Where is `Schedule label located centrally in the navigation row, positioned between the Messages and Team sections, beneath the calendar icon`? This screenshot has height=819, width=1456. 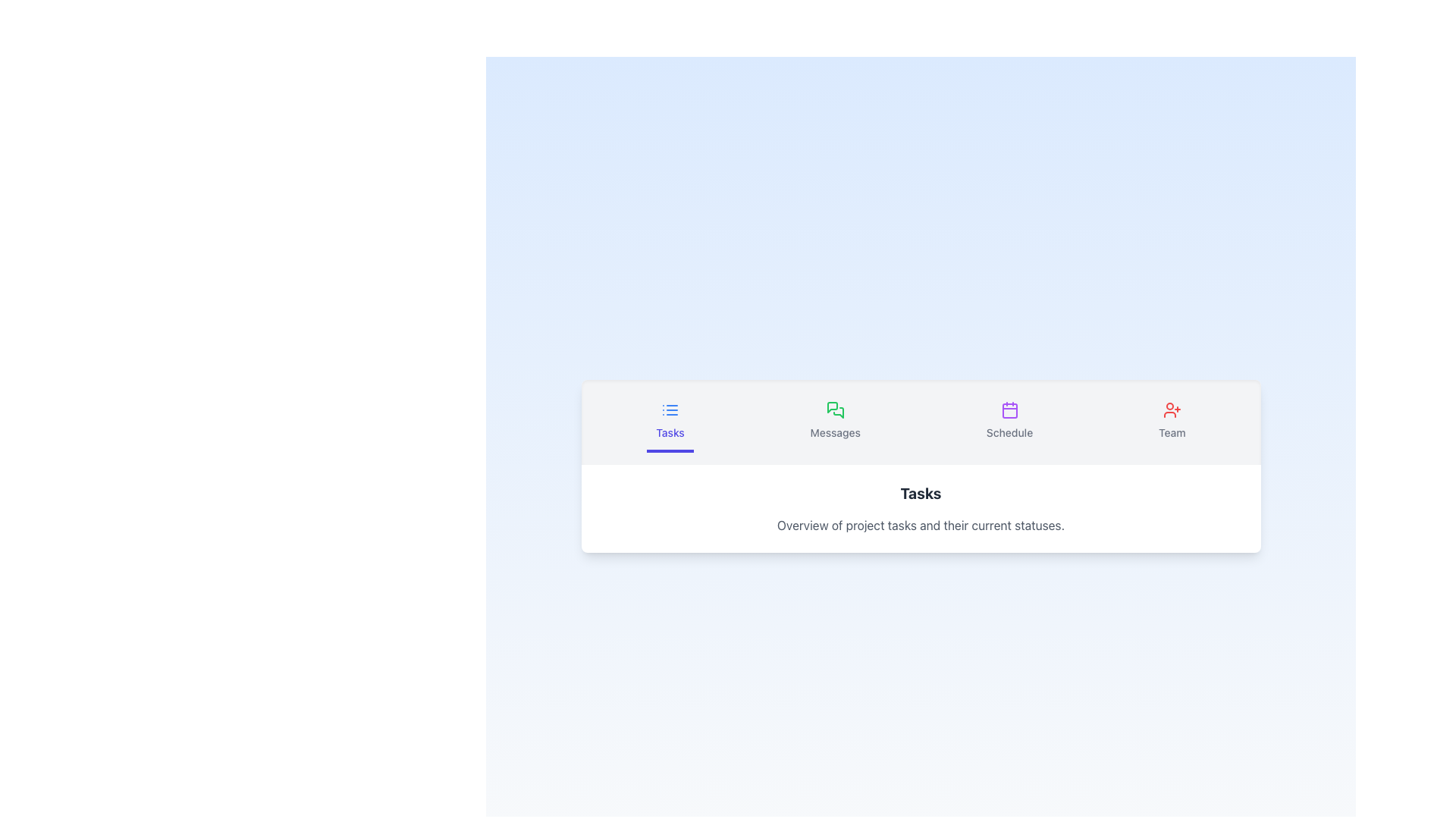 Schedule label located centrally in the navigation row, positioned between the Messages and Team sections, beneath the calendar icon is located at coordinates (1009, 432).